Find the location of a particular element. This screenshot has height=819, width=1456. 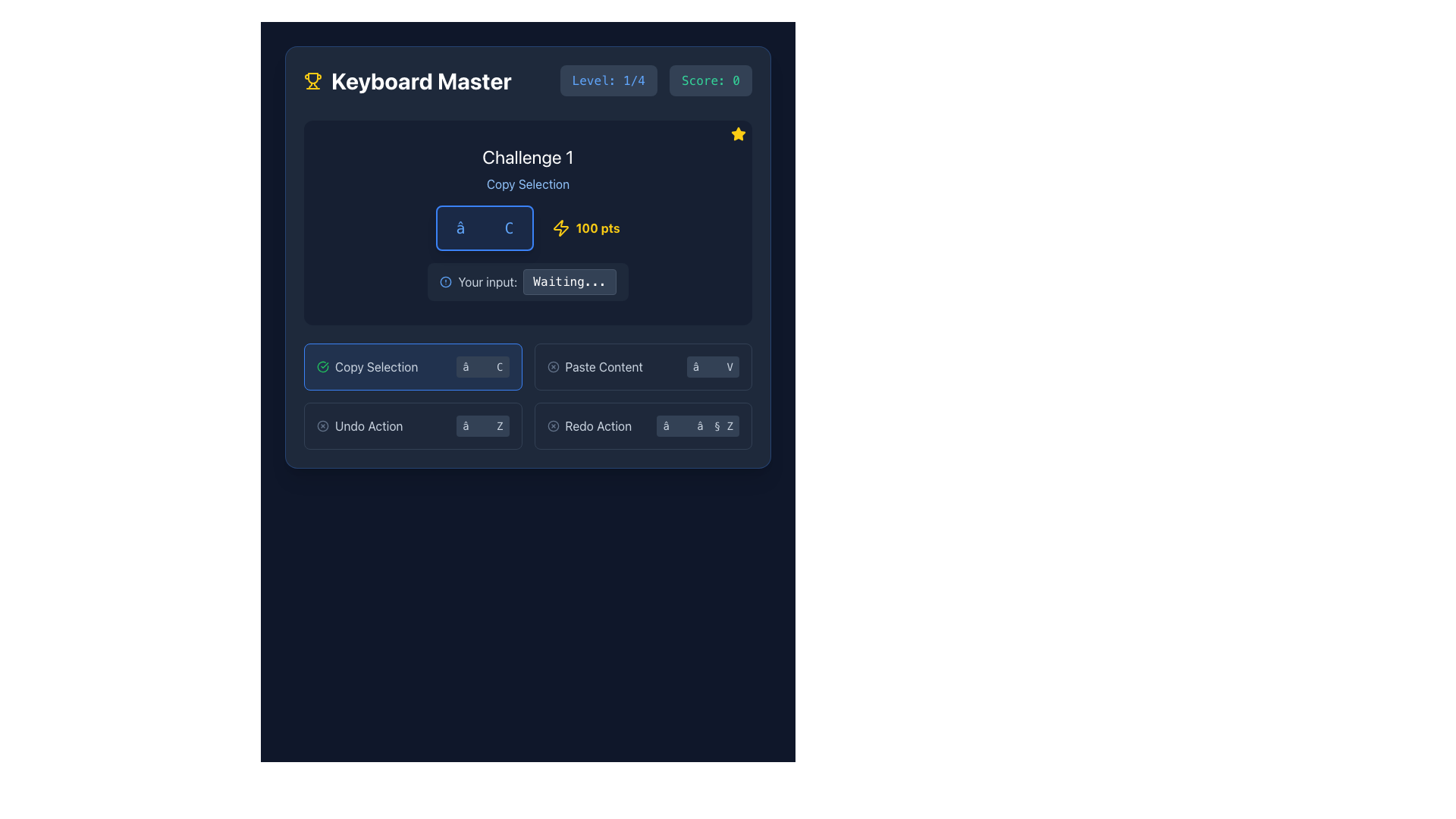

the progress label indicating '1/4', located in the top-right section of the interface to the right of 'Keyboard Master', within a rounded rectangle with a slate-gray background is located at coordinates (608, 80).